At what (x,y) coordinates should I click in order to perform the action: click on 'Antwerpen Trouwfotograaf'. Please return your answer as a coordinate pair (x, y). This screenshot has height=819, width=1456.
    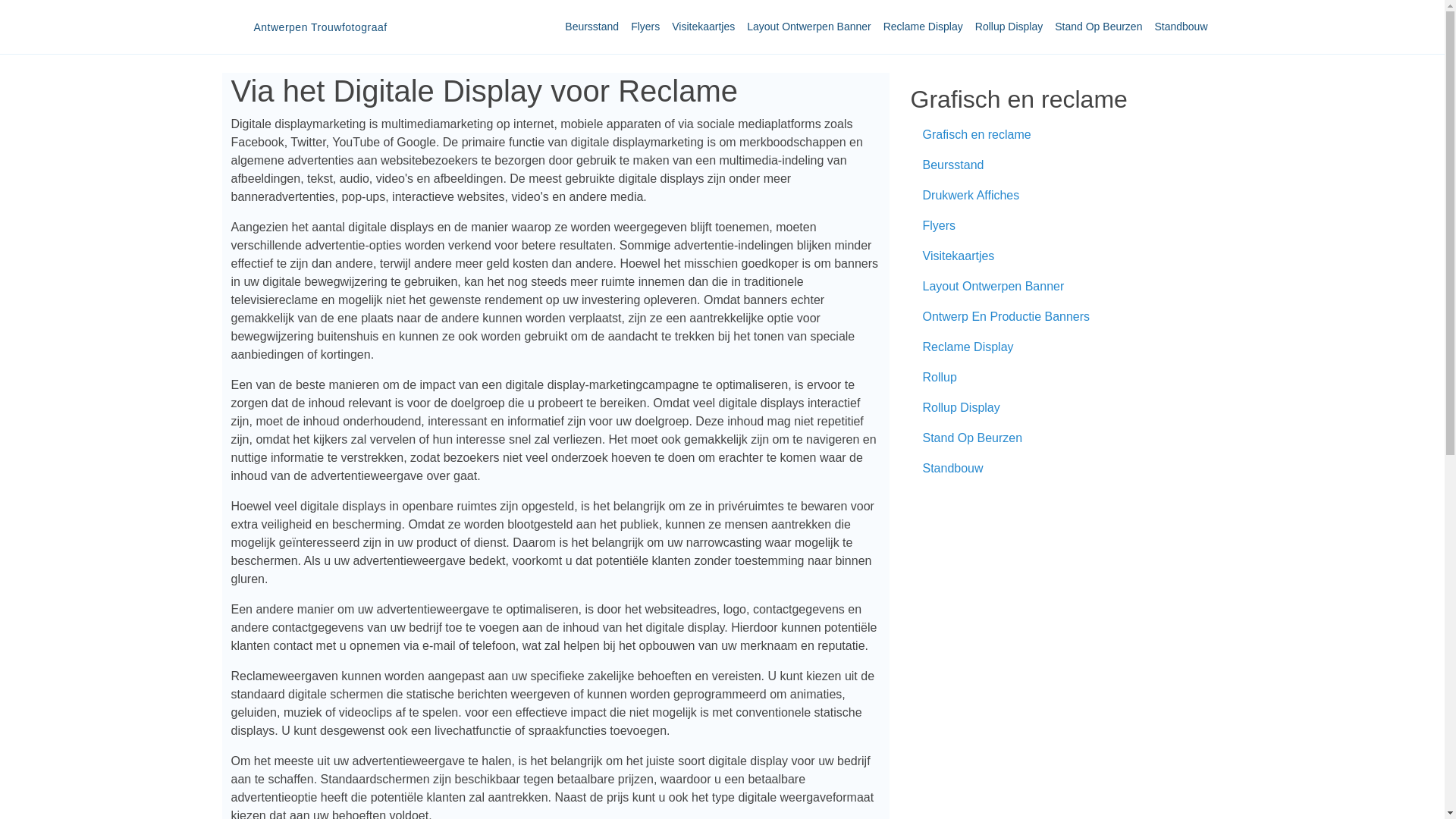
    Looking at the image, I should click on (308, 26).